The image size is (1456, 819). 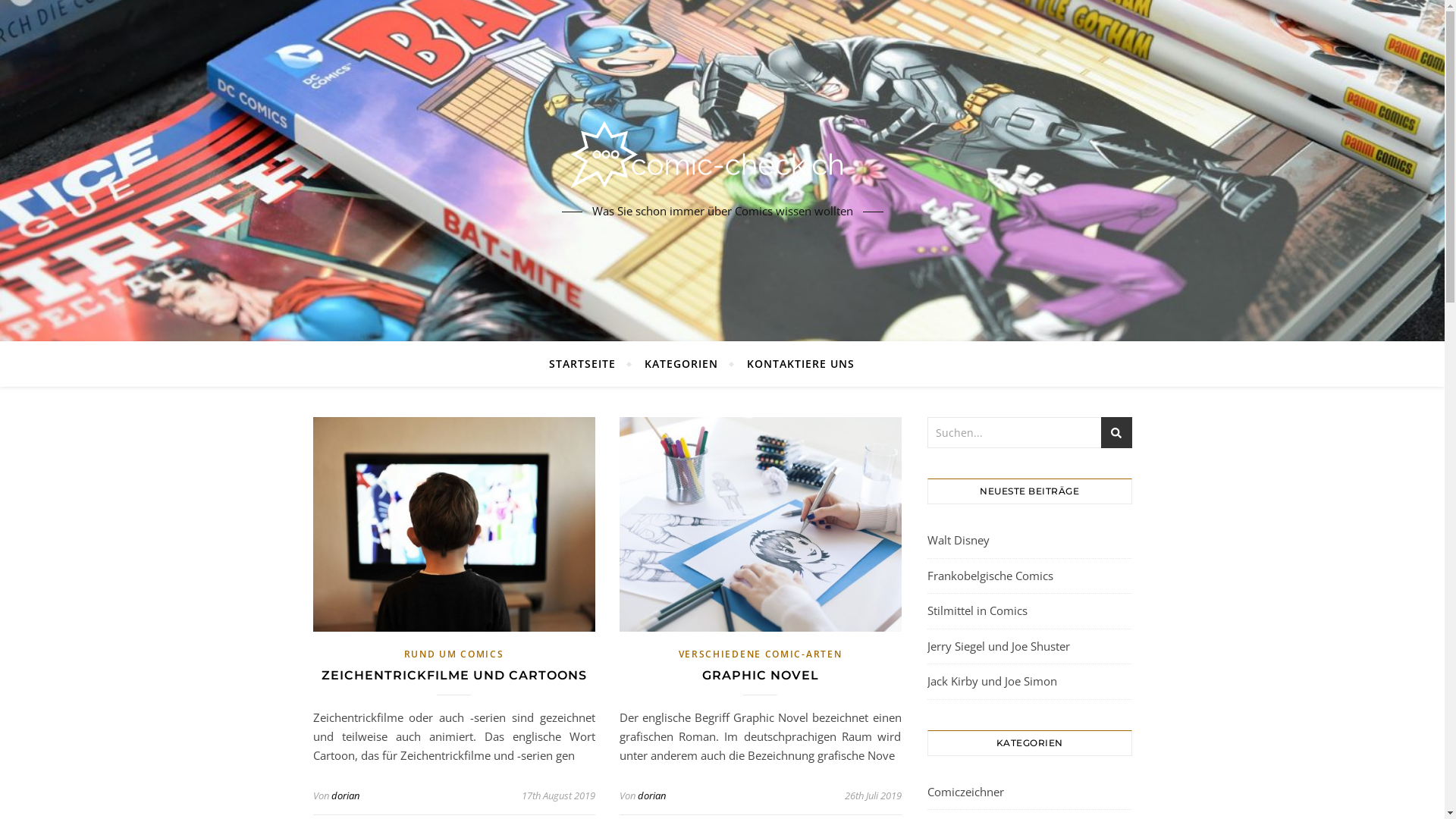 What do you see at coordinates (588, 363) in the screenshot?
I see `'STARTSEITE'` at bounding box center [588, 363].